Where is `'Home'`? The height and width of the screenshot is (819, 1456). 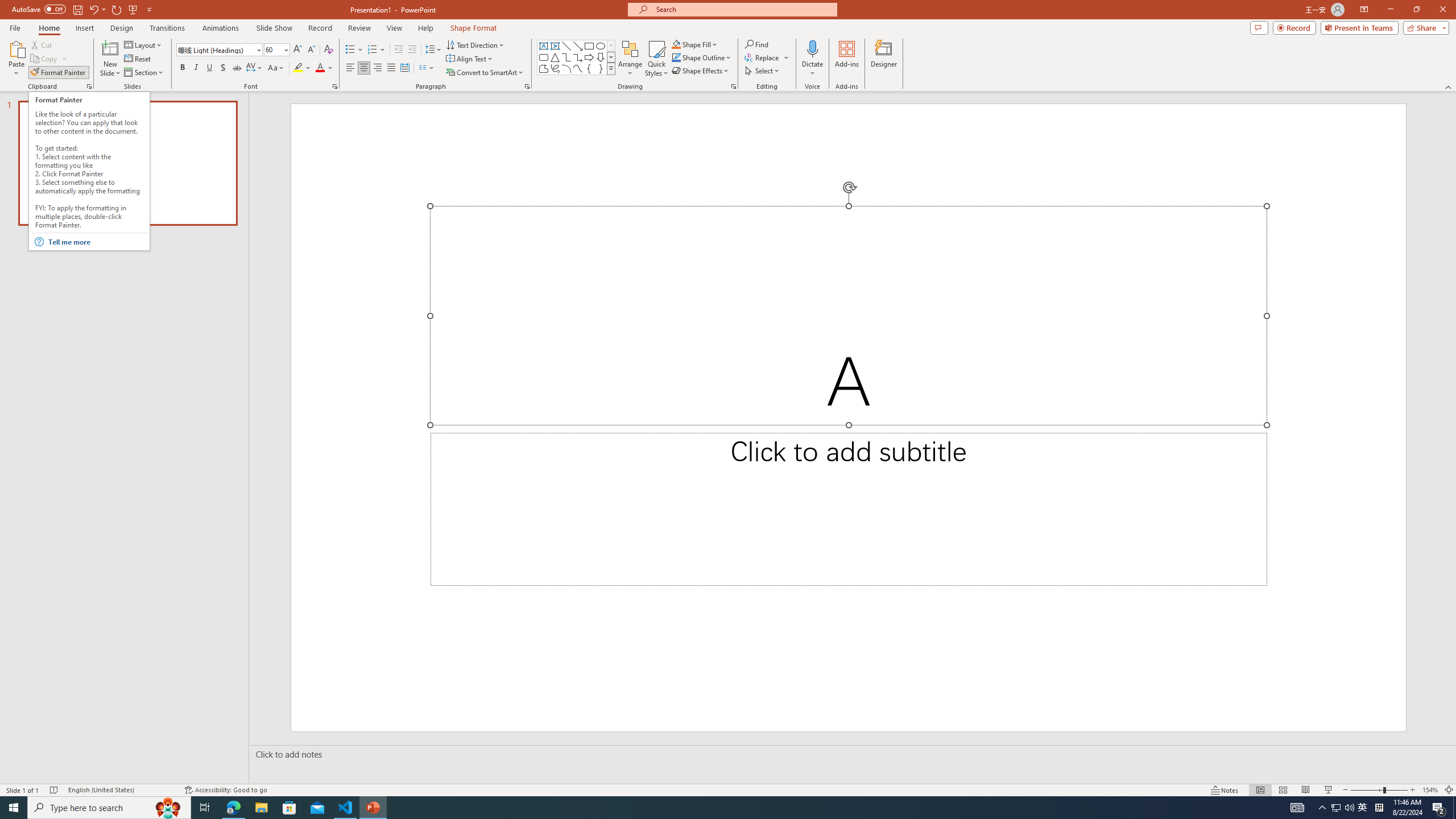
'Home' is located at coordinates (48, 28).